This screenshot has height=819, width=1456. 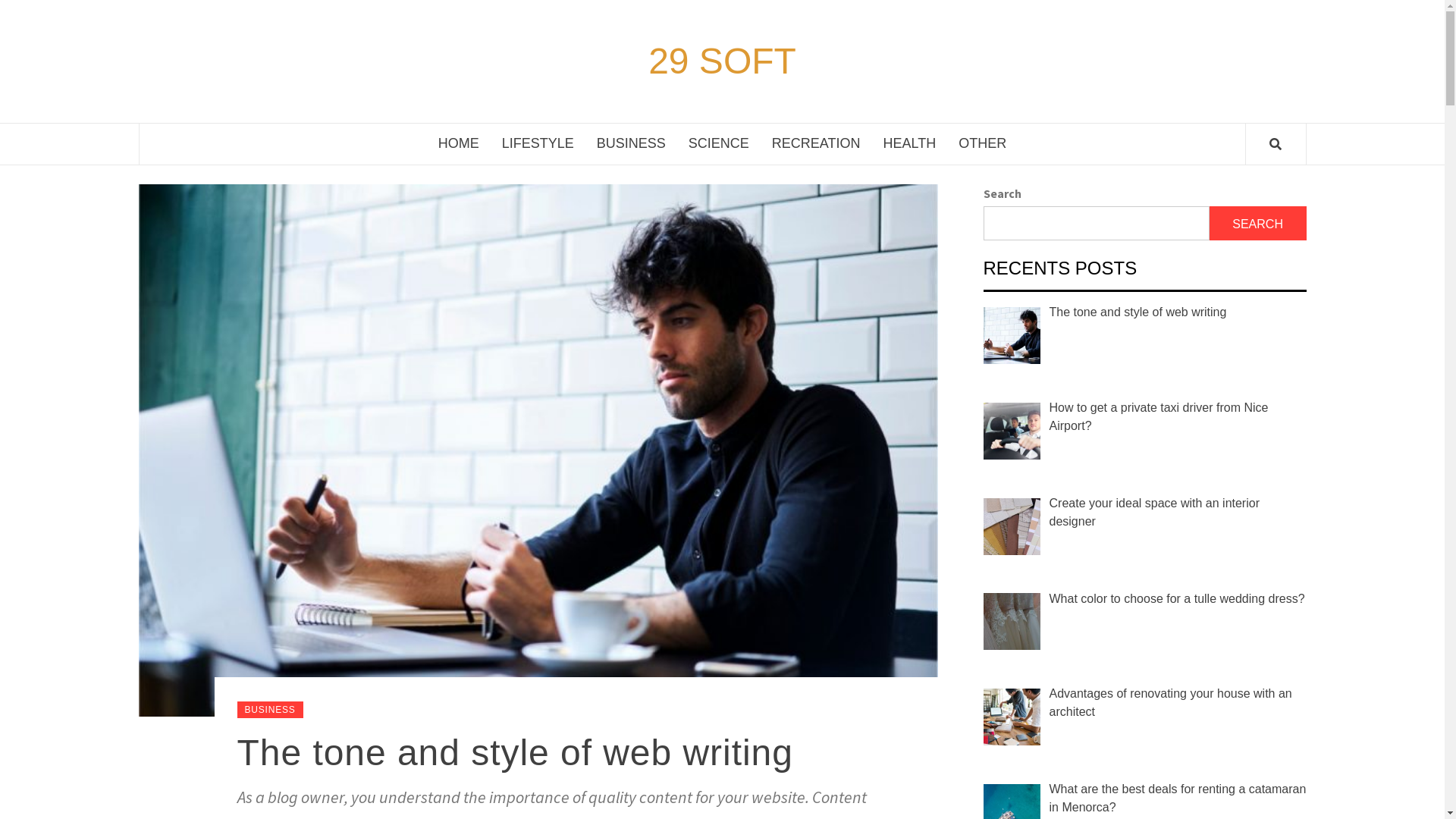 What do you see at coordinates (236, 752) in the screenshot?
I see `'The tone and style of web writing'` at bounding box center [236, 752].